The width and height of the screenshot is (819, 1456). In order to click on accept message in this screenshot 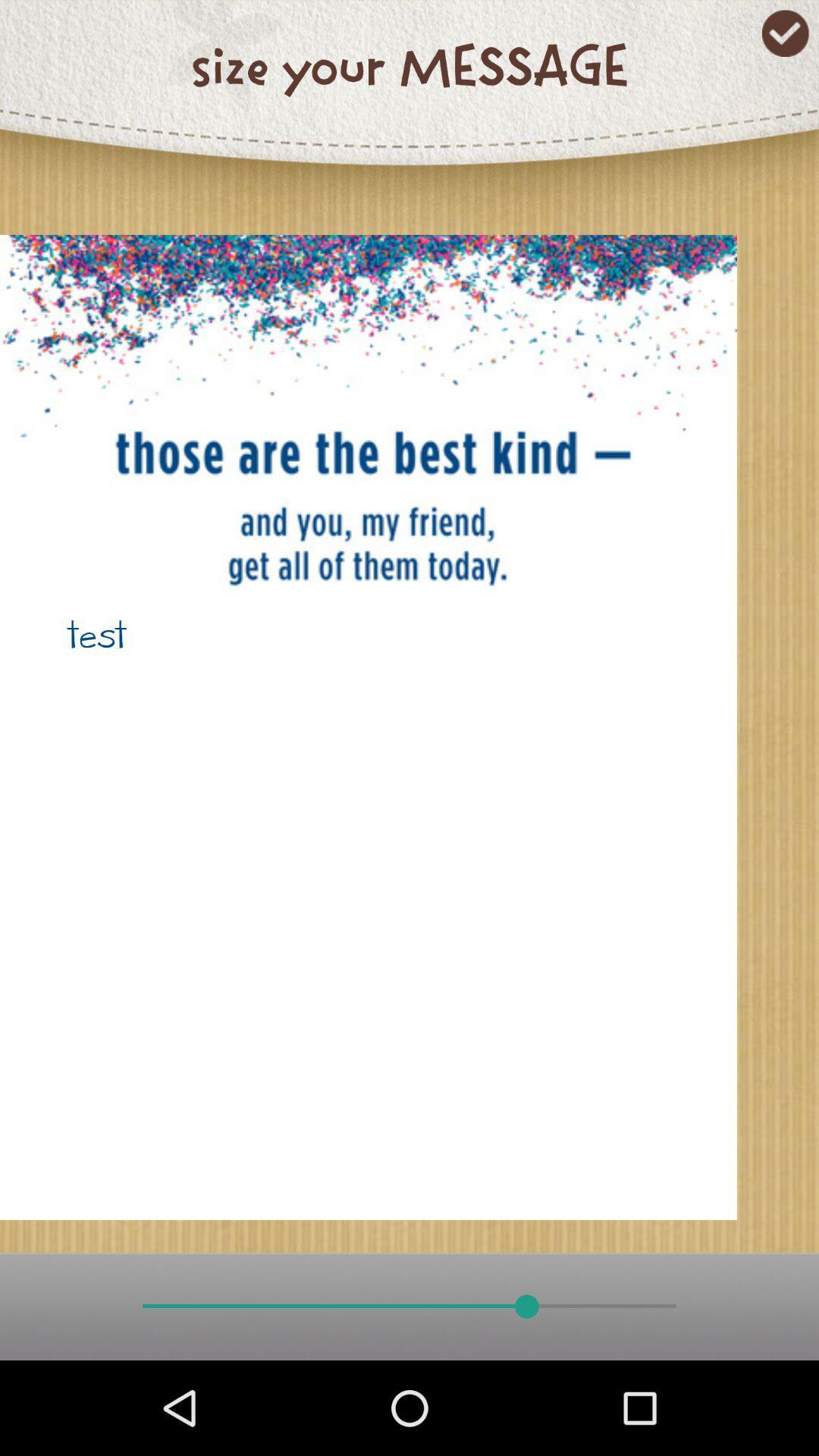, I will do `click(785, 33)`.